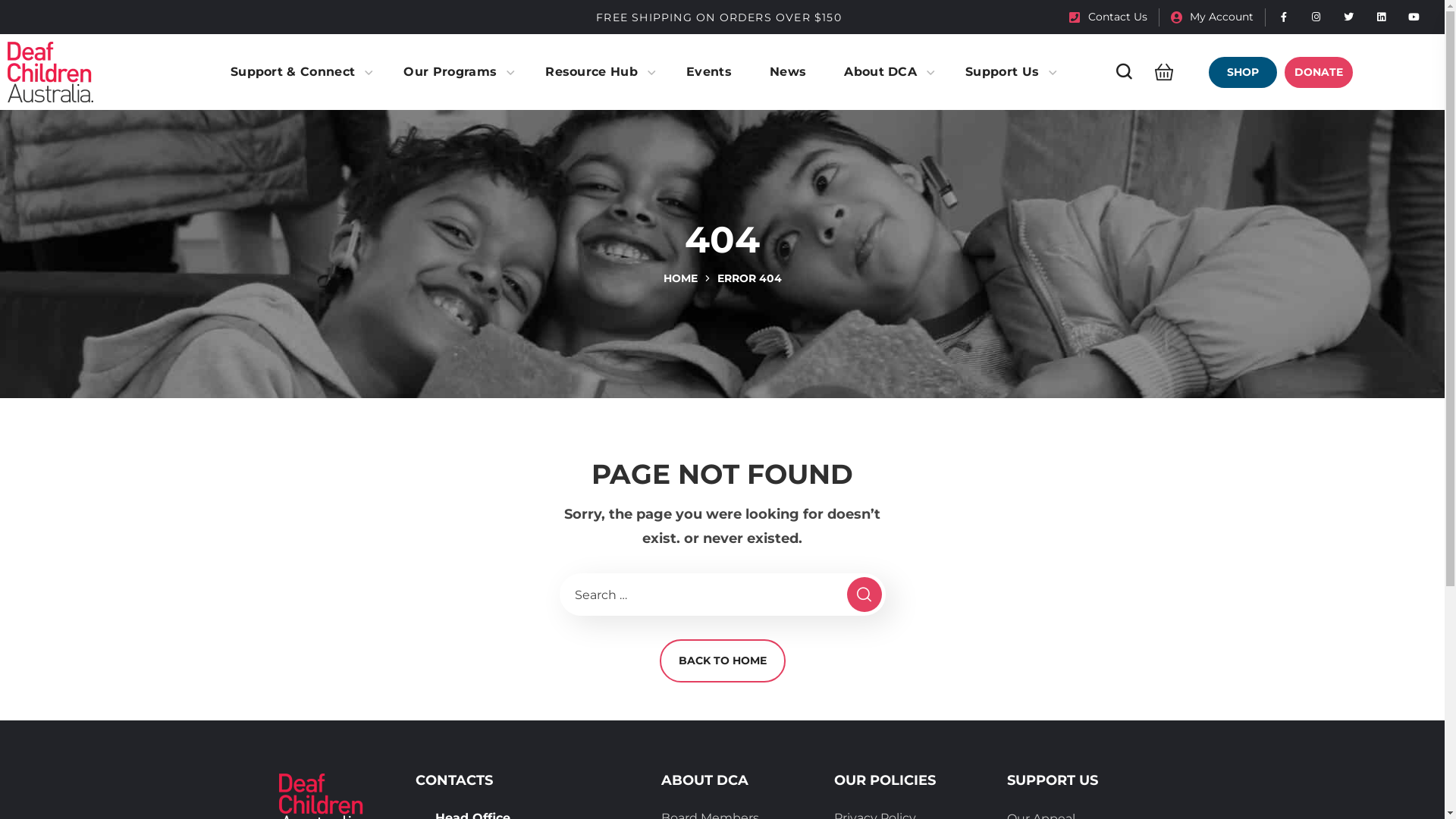 Image resolution: width=1456 pixels, height=819 pixels. I want to click on 'My Account', so click(1170, 17).